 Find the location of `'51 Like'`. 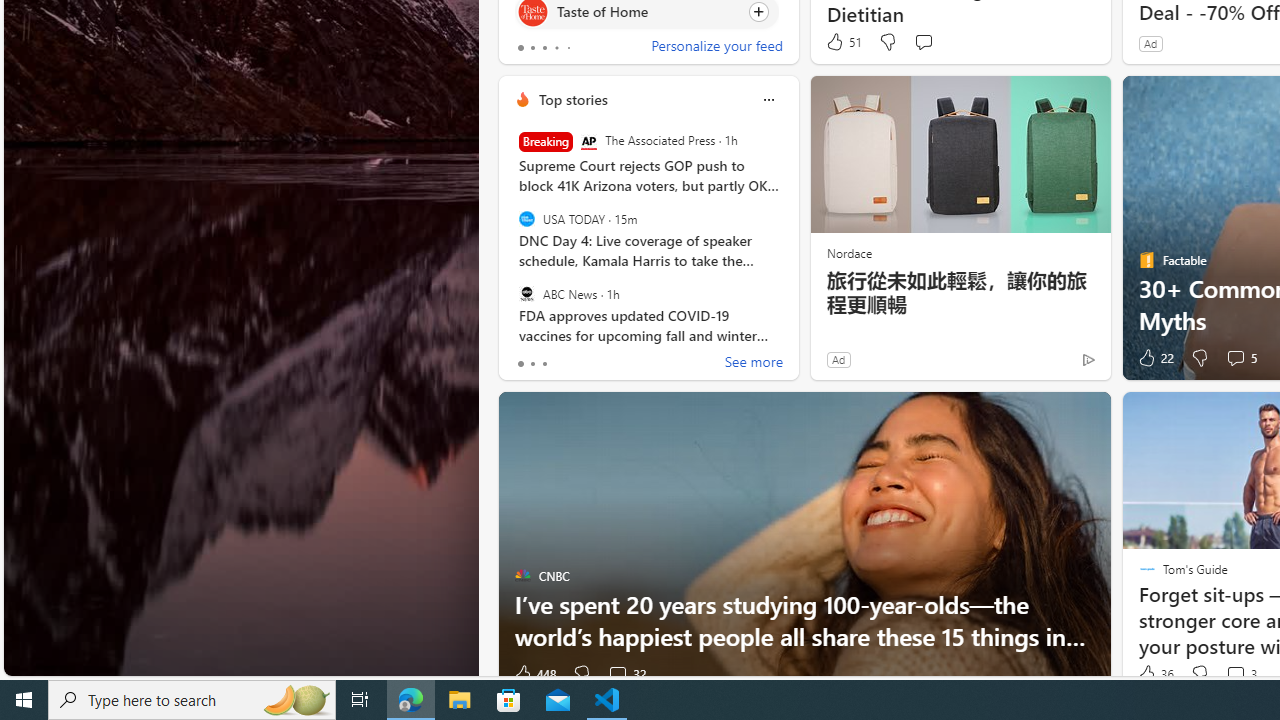

'51 Like' is located at coordinates (843, 42).